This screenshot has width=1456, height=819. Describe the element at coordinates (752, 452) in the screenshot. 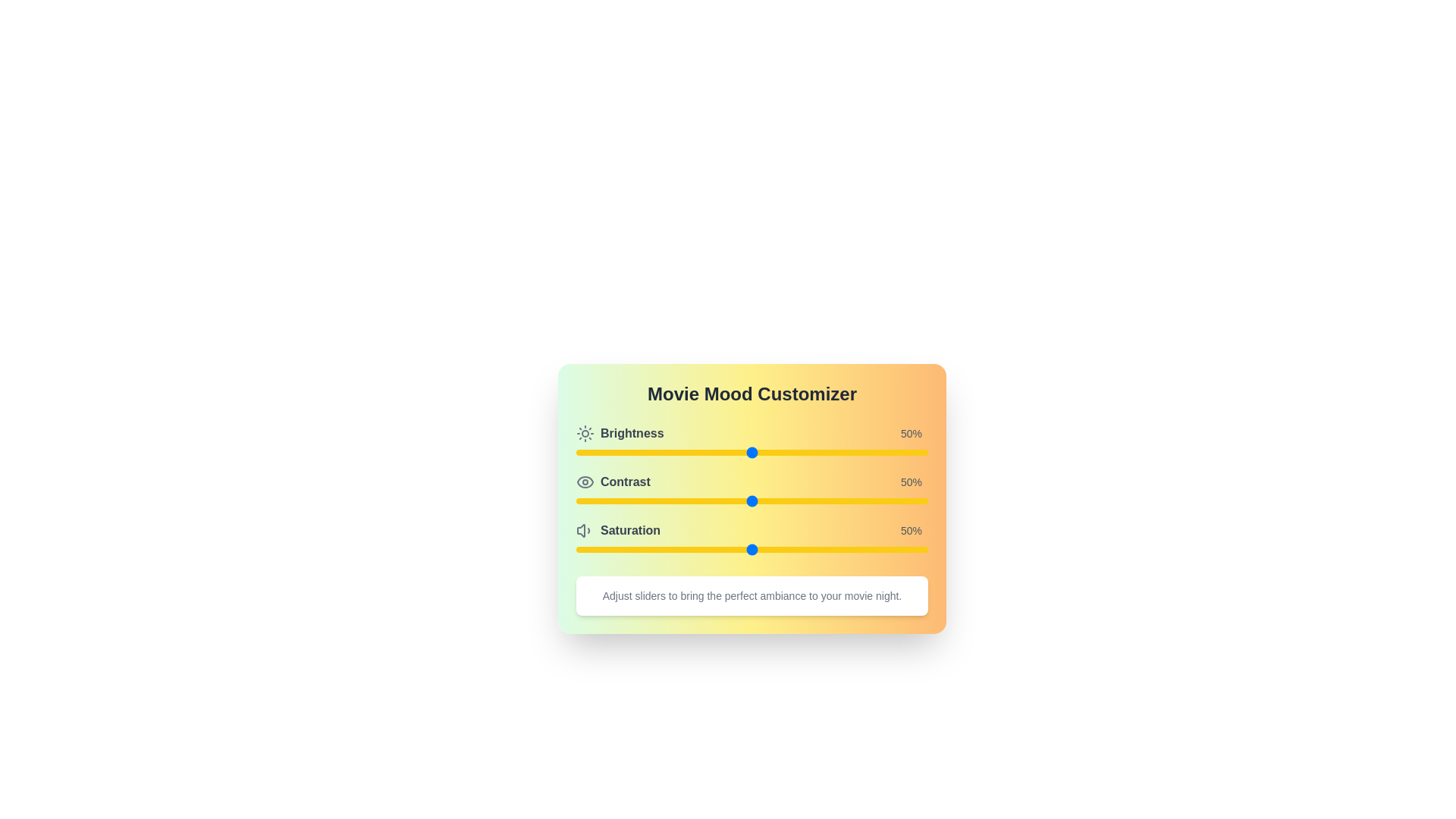

I see `the Range slider, which is a horizontal slider with a yellow background track located beneath the 'Brightness' text and above '50%'` at that location.